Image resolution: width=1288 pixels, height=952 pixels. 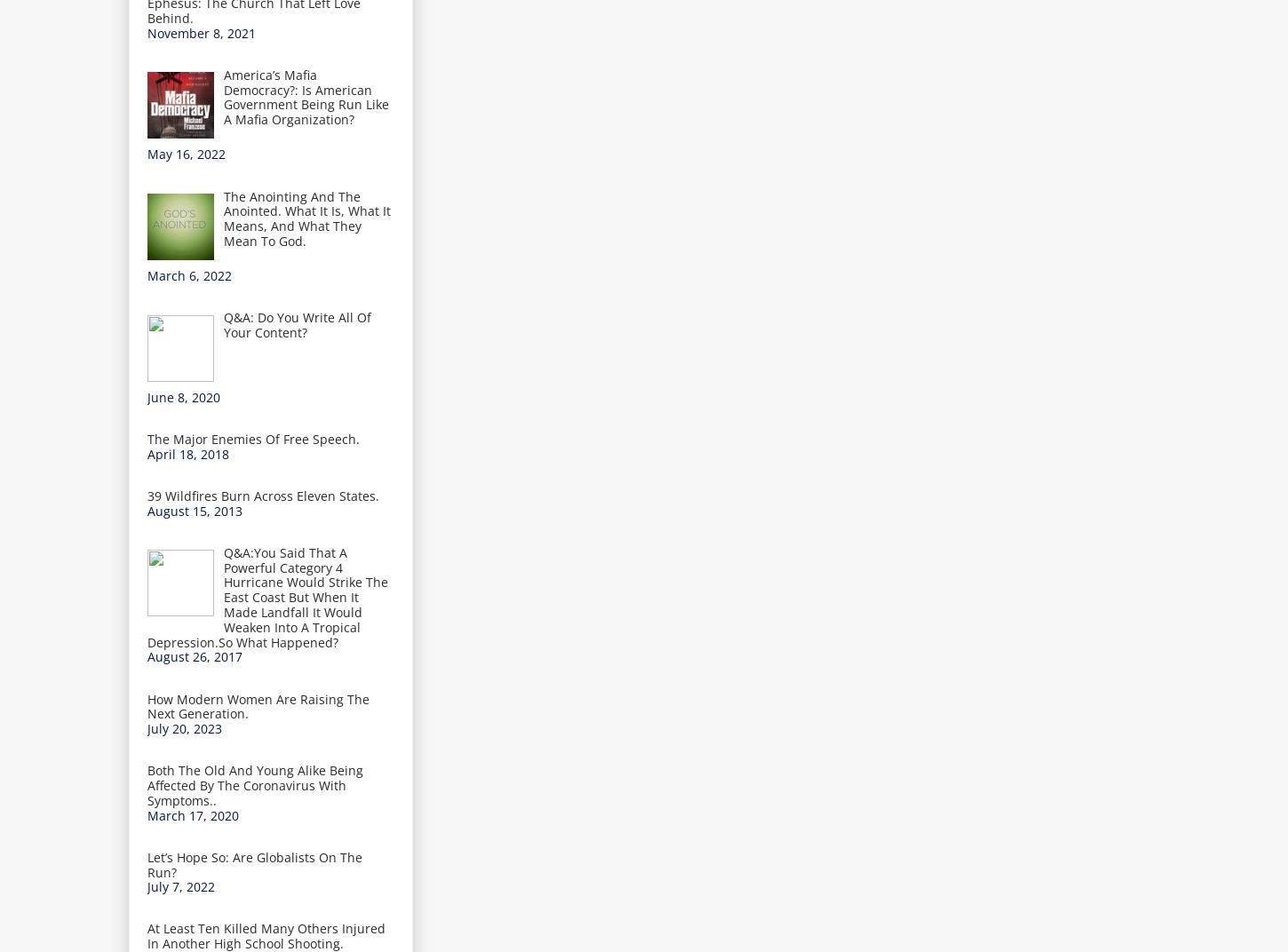 I want to click on 'March 17, 2020', so click(x=147, y=814).